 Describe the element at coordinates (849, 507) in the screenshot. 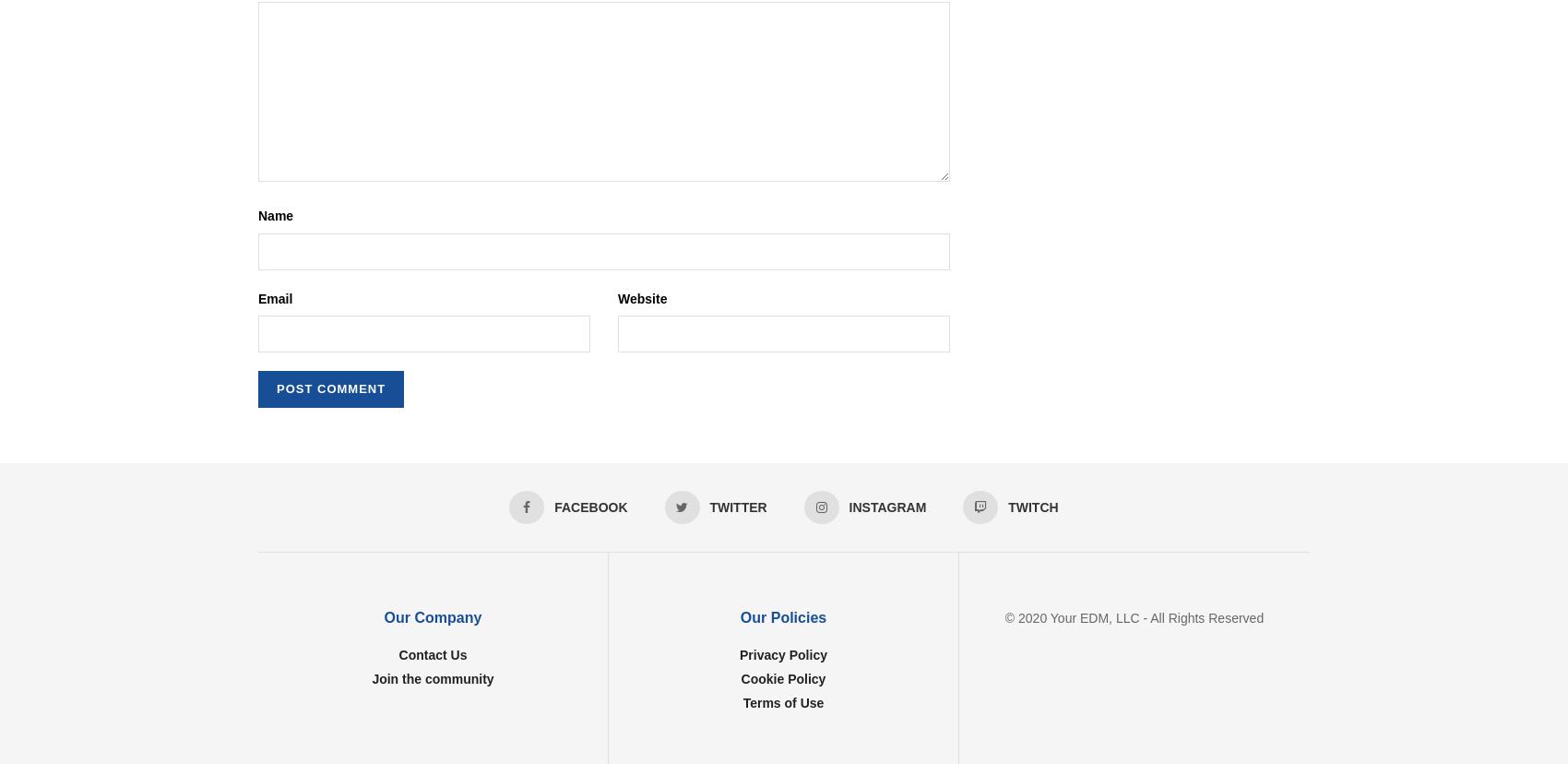

I see `'Instagram'` at that location.